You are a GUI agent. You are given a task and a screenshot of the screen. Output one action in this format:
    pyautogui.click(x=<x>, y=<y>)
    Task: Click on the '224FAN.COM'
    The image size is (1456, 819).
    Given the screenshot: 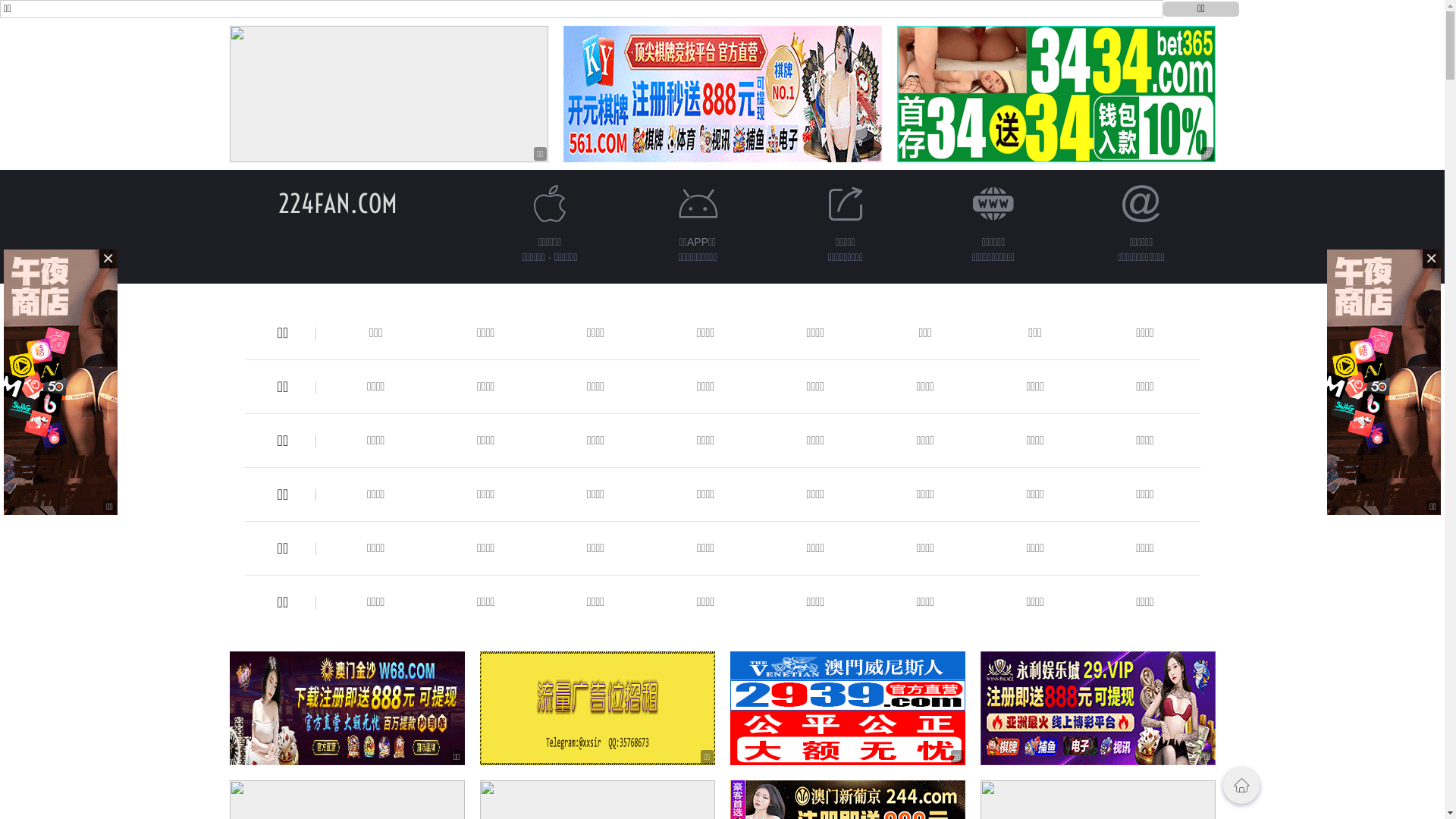 What is the action you would take?
    pyautogui.click(x=278, y=202)
    